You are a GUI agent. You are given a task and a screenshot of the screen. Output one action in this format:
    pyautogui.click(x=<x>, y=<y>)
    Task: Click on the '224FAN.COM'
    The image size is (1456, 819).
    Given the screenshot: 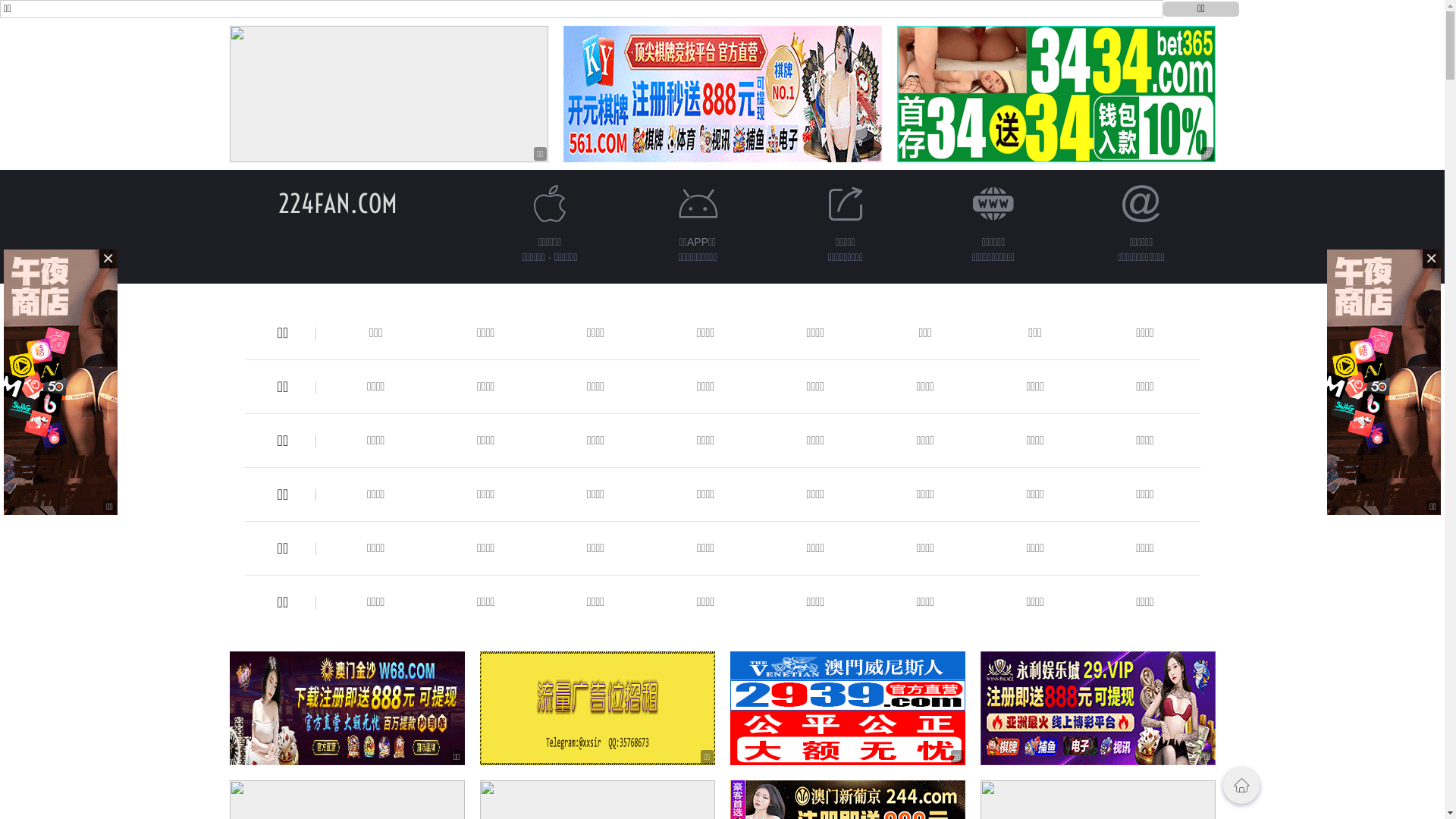 What is the action you would take?
    pyautogui.click(x=278, y=202)
    